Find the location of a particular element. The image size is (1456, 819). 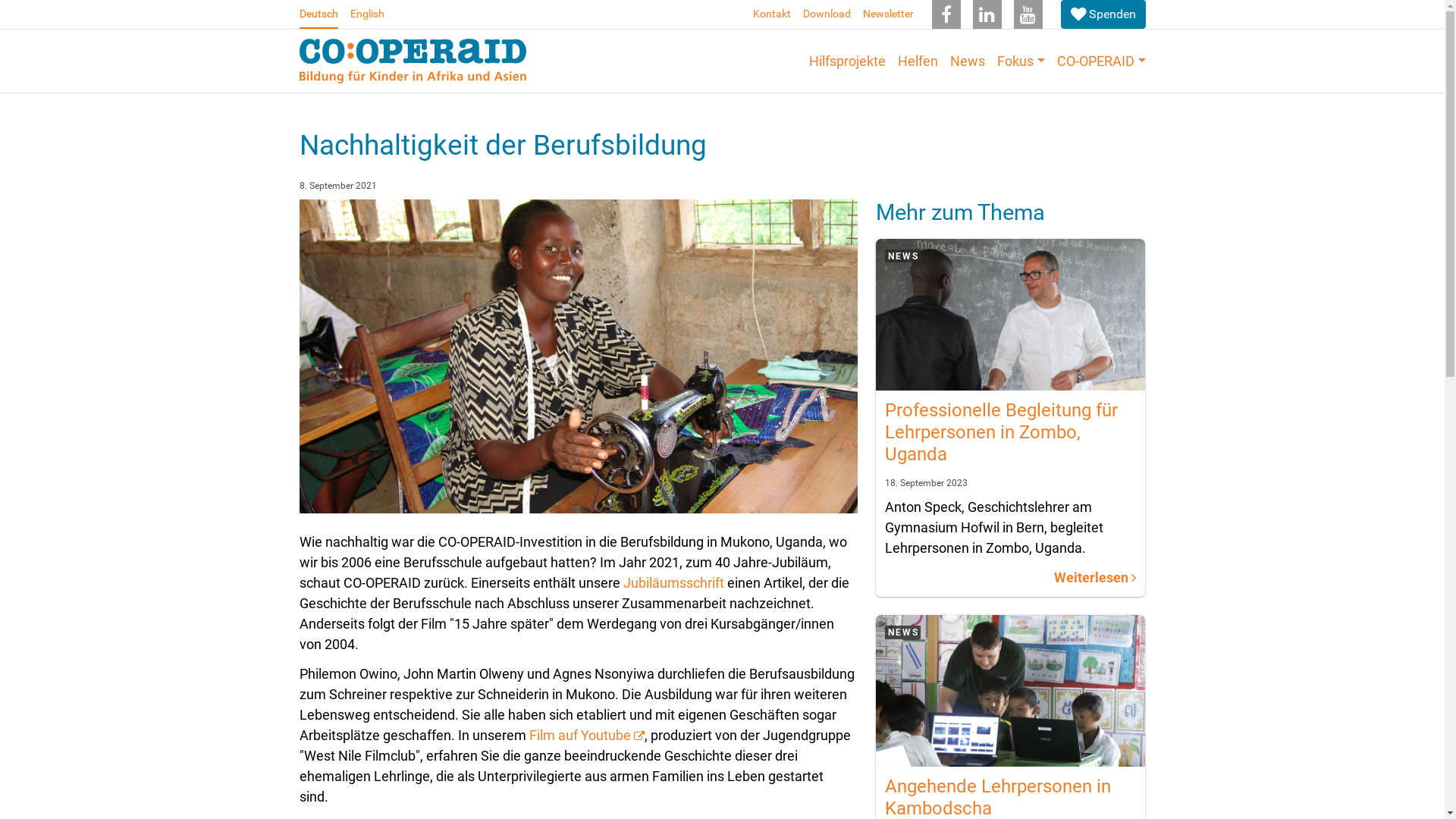

'CO-OPERAID' is located at coordinates (1101, 60).